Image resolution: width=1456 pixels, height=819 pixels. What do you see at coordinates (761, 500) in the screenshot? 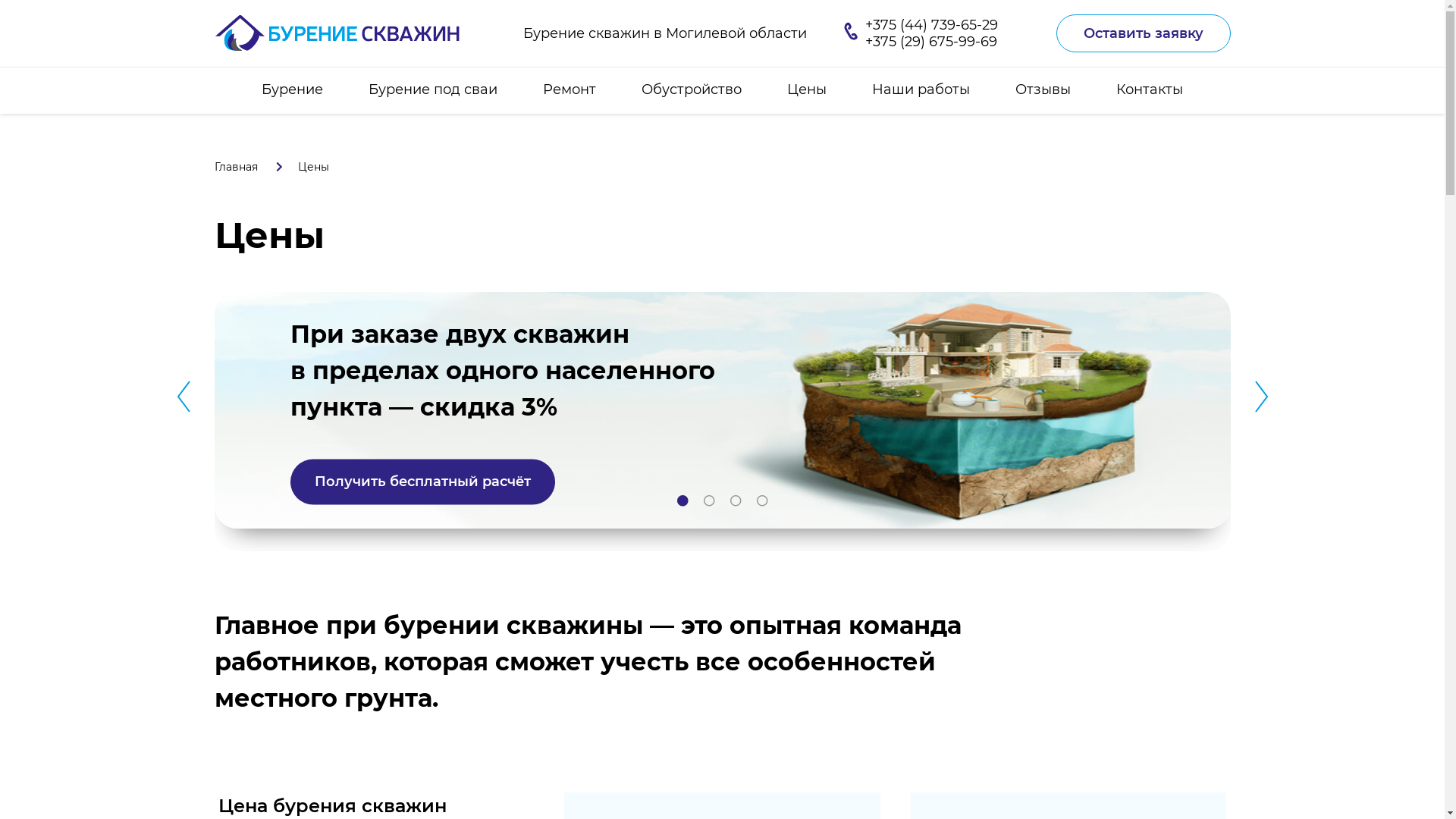
I see `'4'` at bounding box center [761, 500].